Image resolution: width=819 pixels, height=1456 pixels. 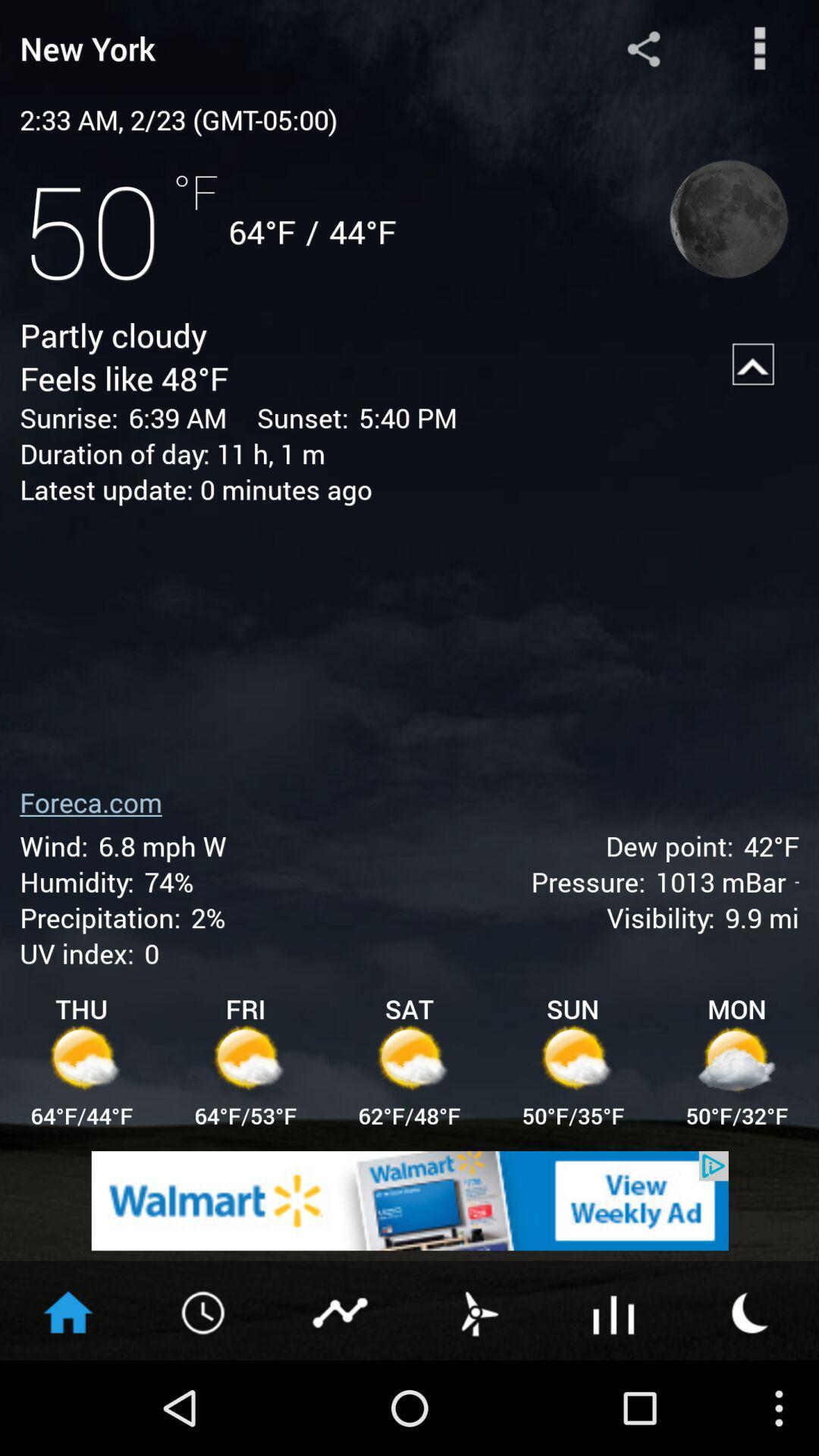 What do you see at coordinates (754, 365) in the screenshot?
I see `up arrow` at bounding box center [754, 365].